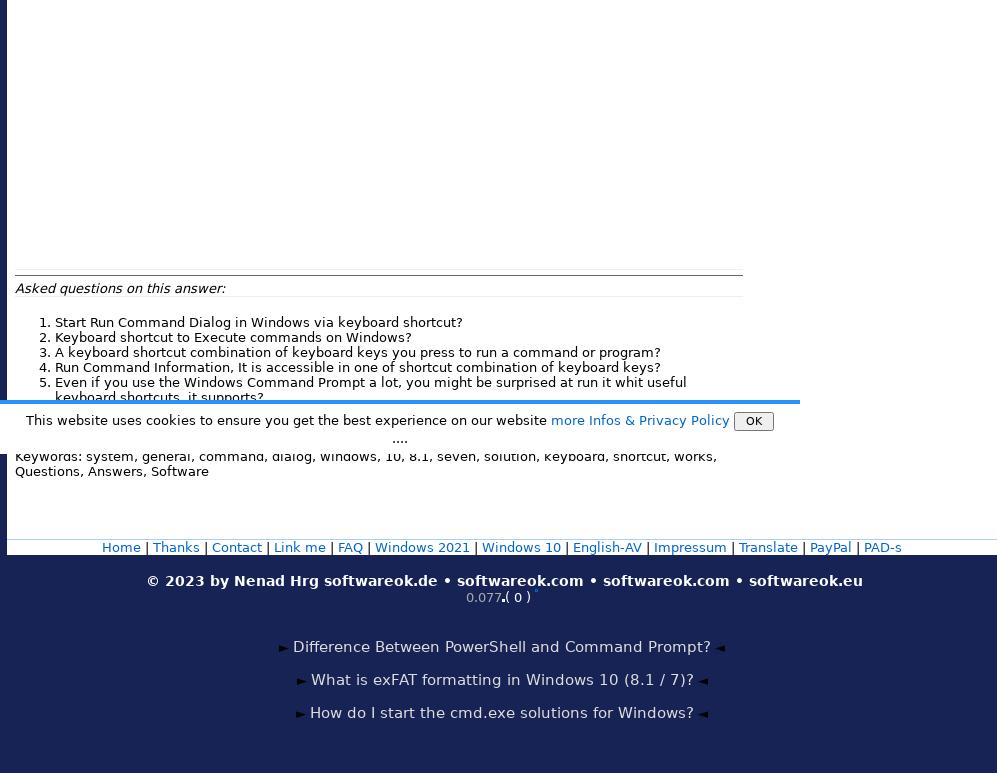 The image size is (997, 773). I want to click on 'Windows 10', so click(482, 546).